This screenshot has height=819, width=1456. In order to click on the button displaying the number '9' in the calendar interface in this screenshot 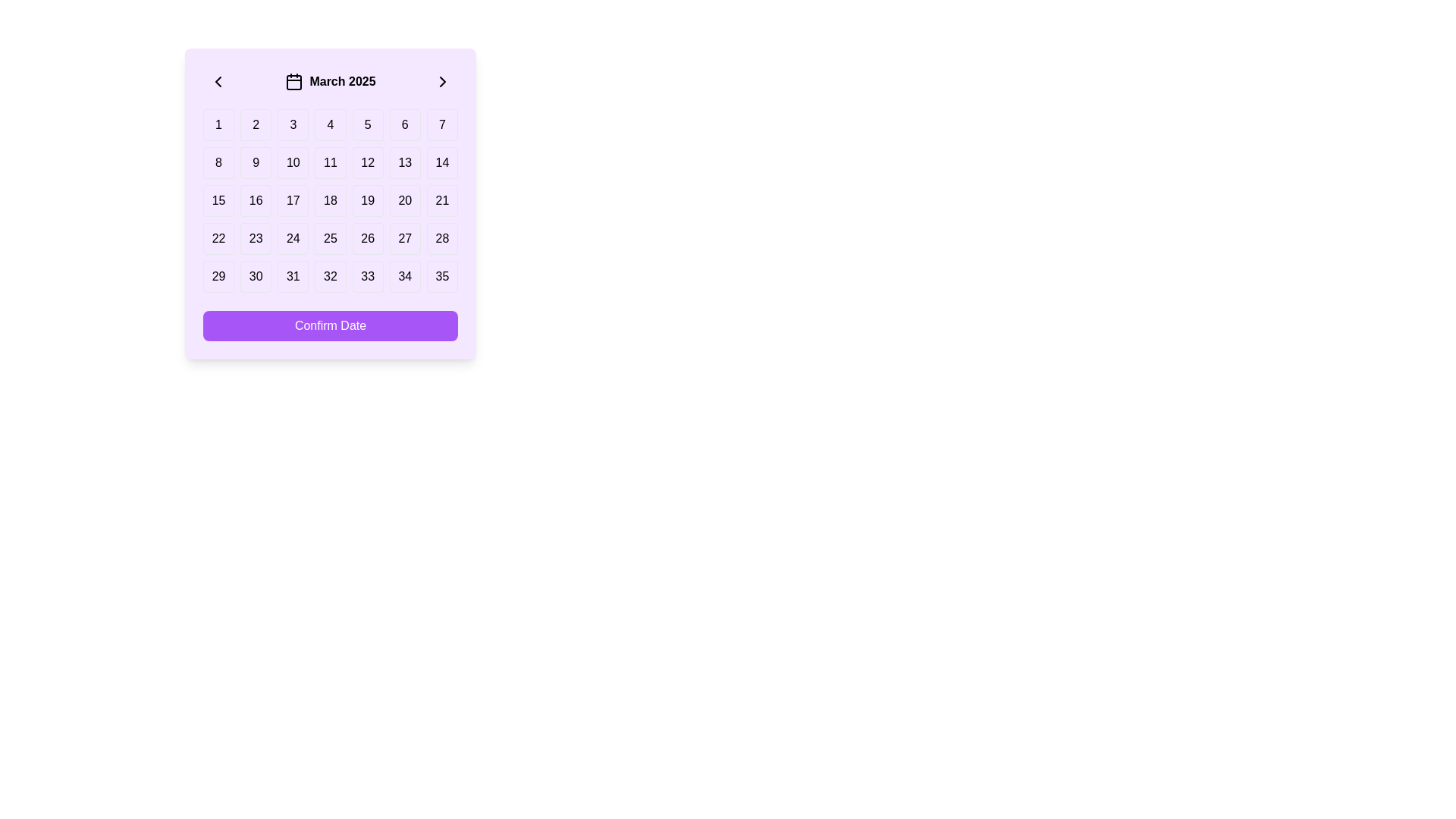, I will do `click(256, 163)`.